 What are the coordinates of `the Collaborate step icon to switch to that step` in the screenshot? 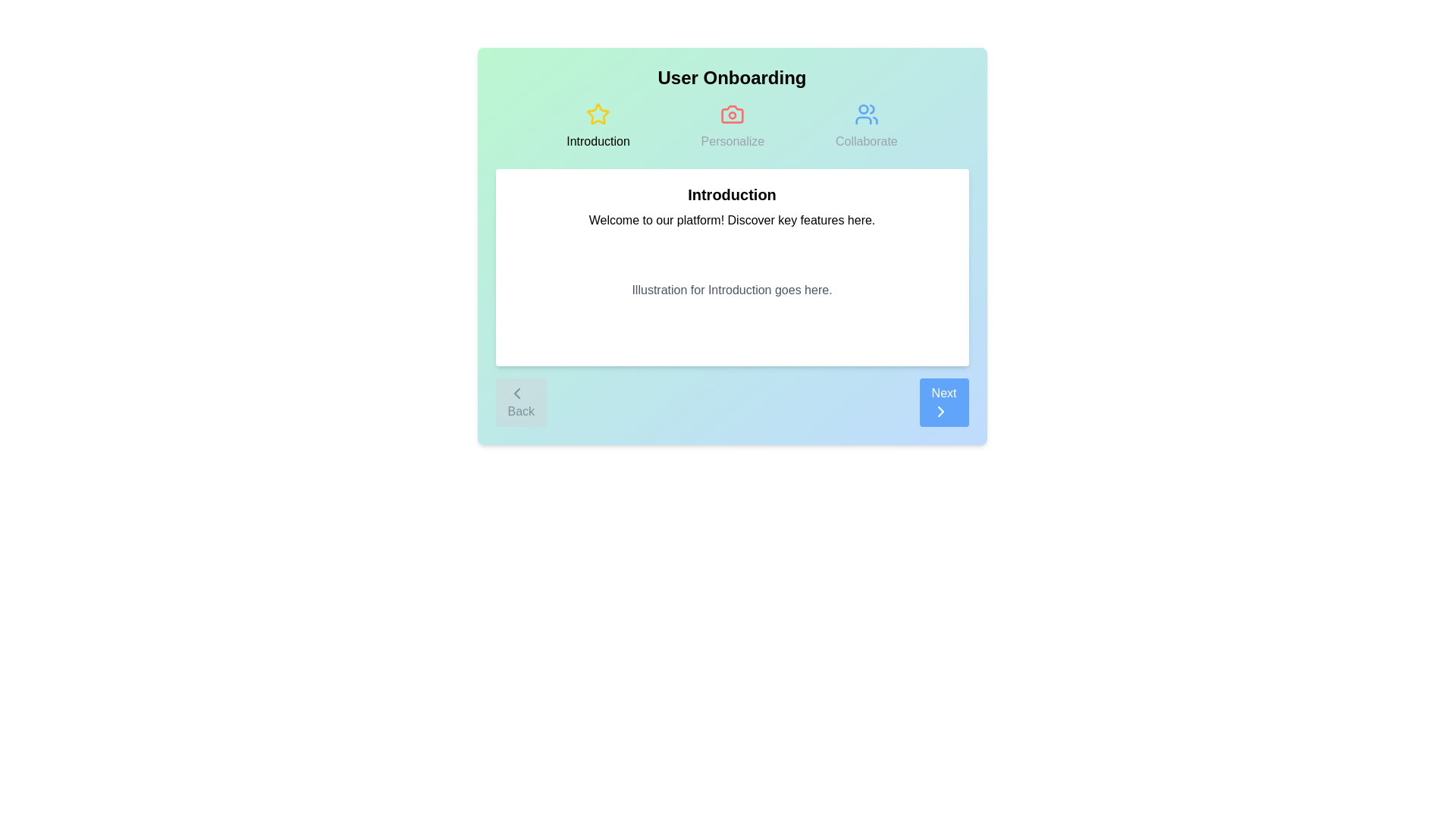 It's located at (866, 125).